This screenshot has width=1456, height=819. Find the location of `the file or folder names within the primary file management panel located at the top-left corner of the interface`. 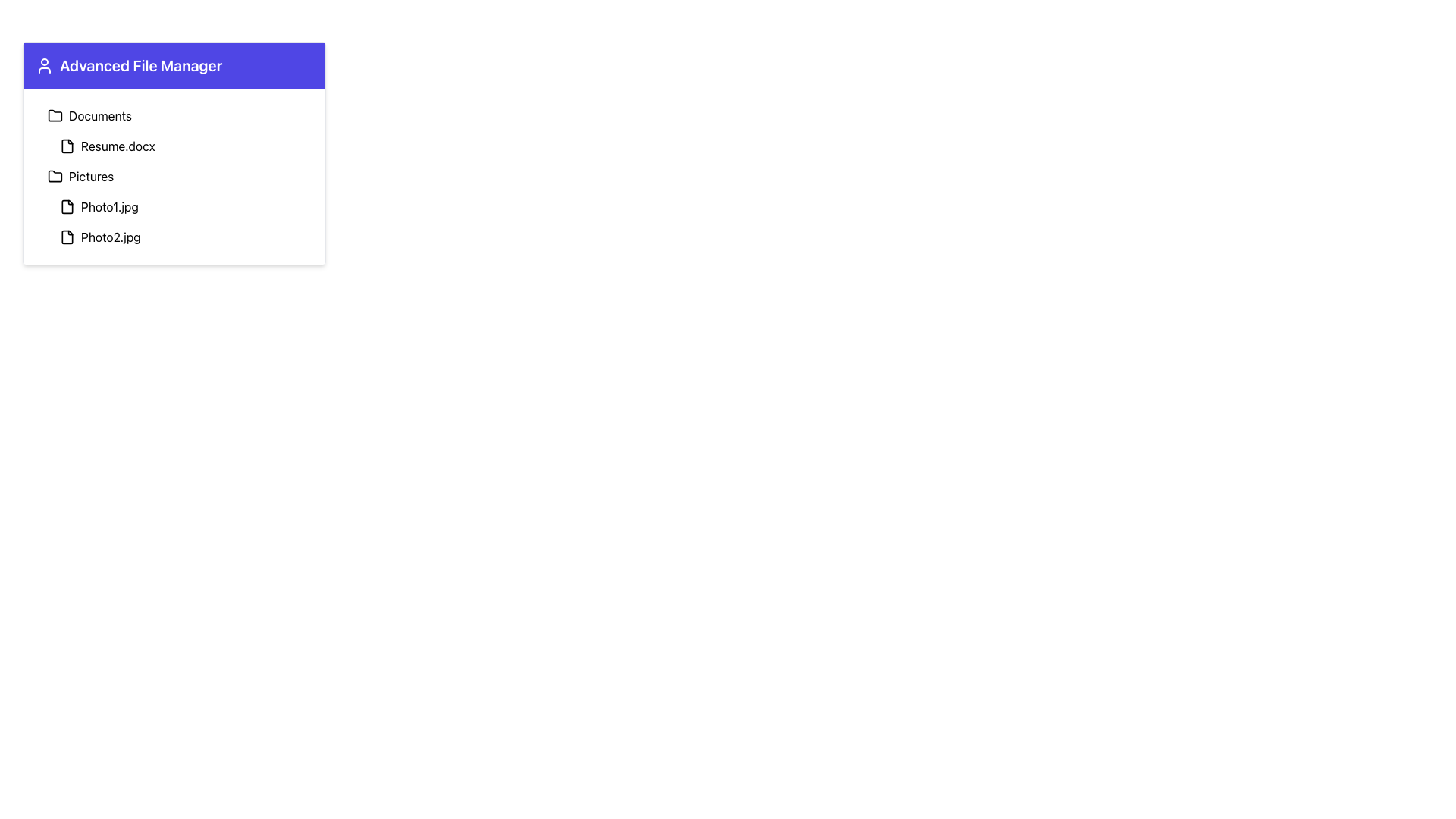

the file or folder names within the primary file management panel located at the top-left corner of the interface is located at coordinates (174, 154).